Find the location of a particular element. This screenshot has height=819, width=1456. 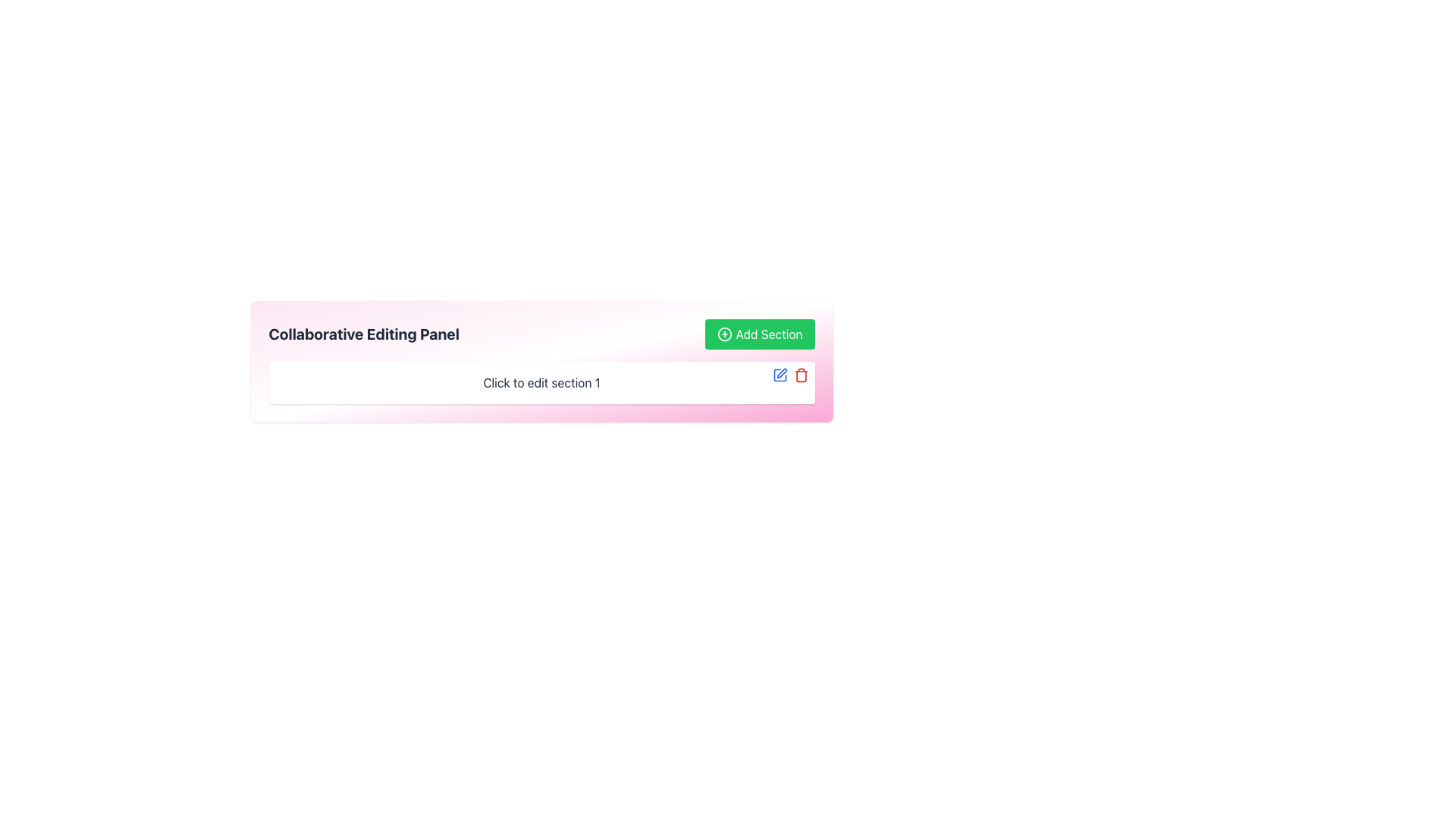

the Text Label displaying 'Collaborative Editing Panel', which is located at the top-left area of the pink background panel is located at coordinates (364, 333).